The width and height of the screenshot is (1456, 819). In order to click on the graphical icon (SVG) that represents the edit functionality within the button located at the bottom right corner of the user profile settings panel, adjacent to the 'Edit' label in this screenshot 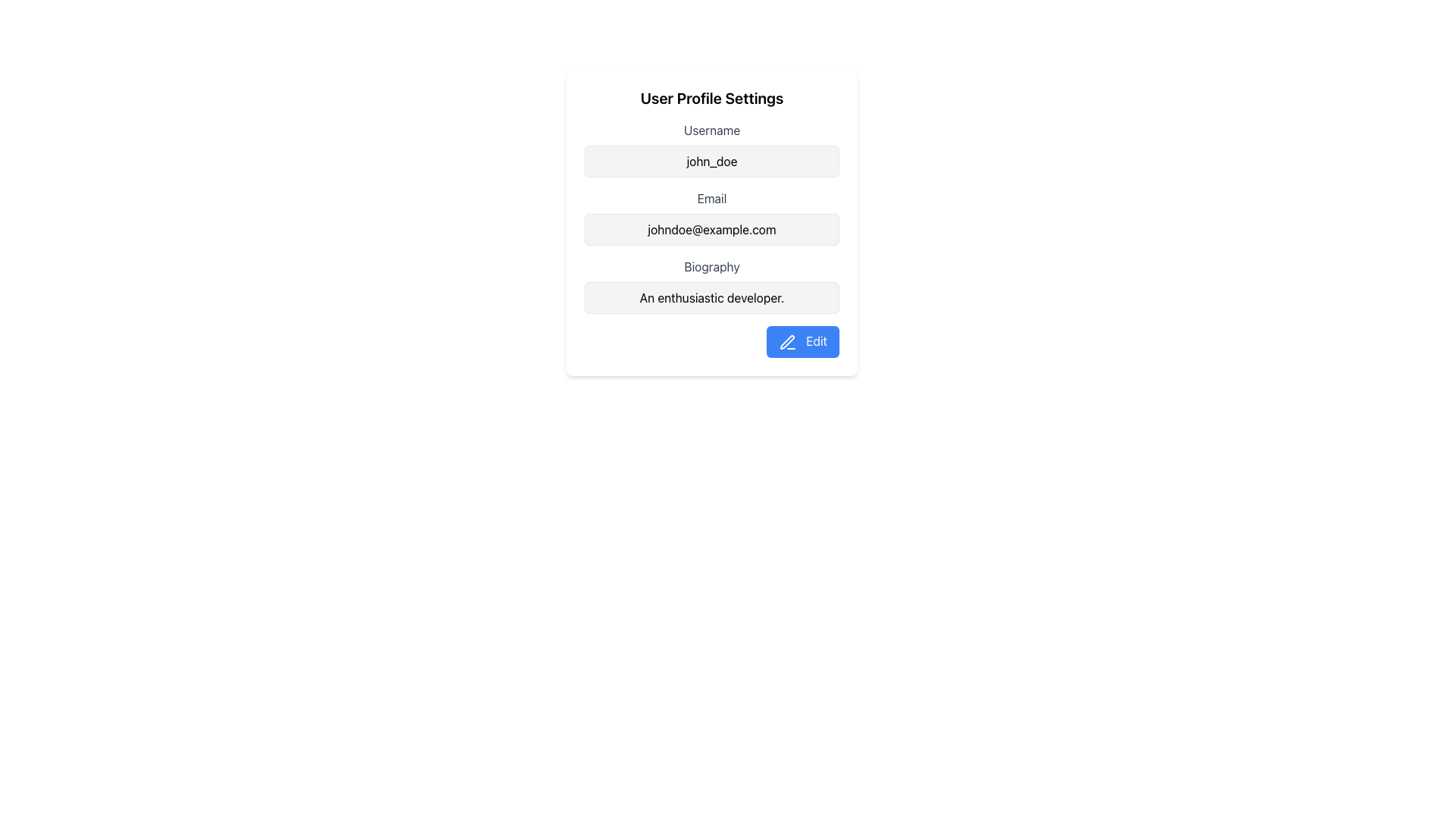, I will do `click(787, 342)`.